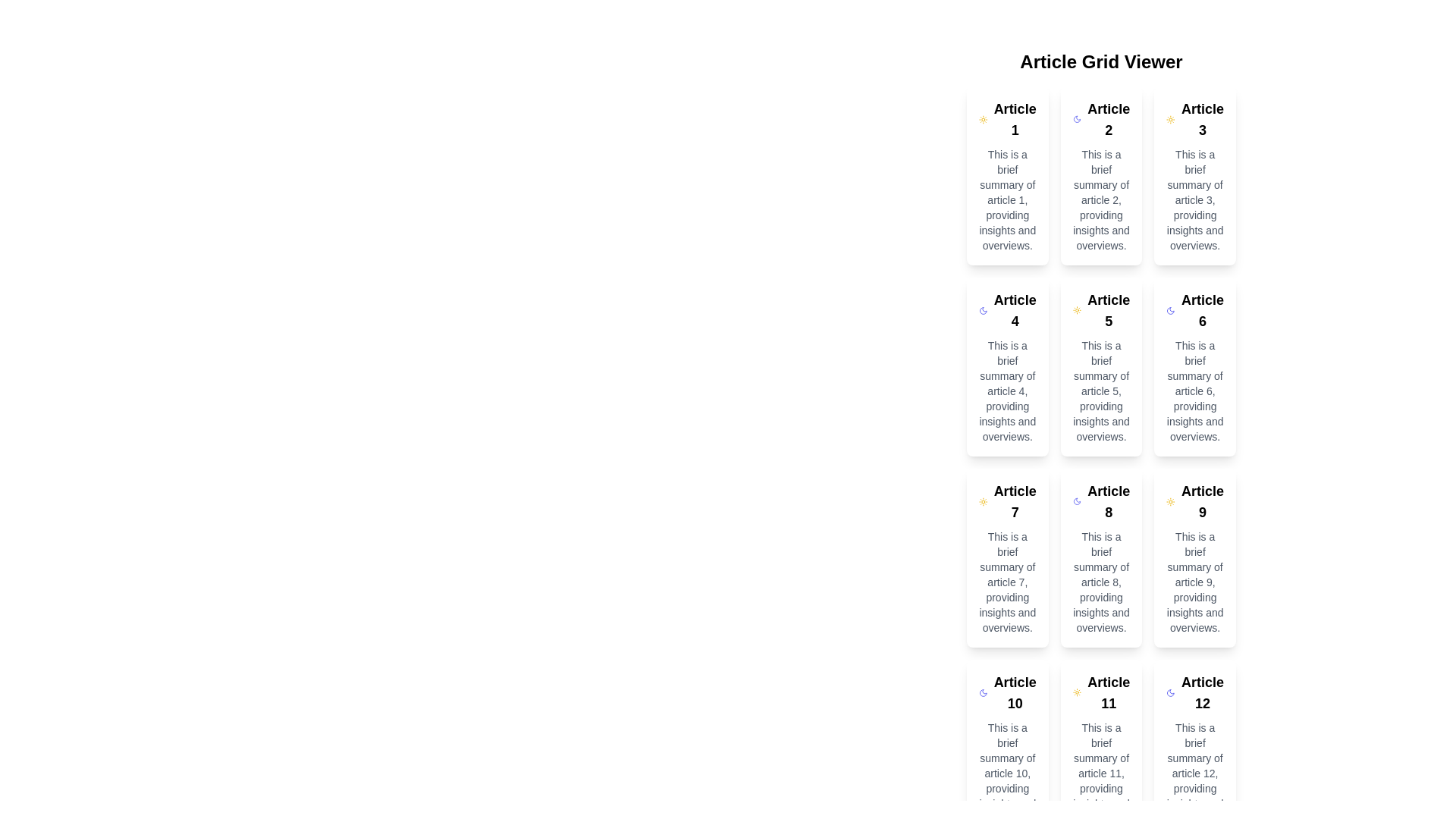 The image size is (1456, 819). I want to click on the nighttime icon represented by an SVG element, located centrally within the fourth grid item titled 'Article 4', so click(983, 309).